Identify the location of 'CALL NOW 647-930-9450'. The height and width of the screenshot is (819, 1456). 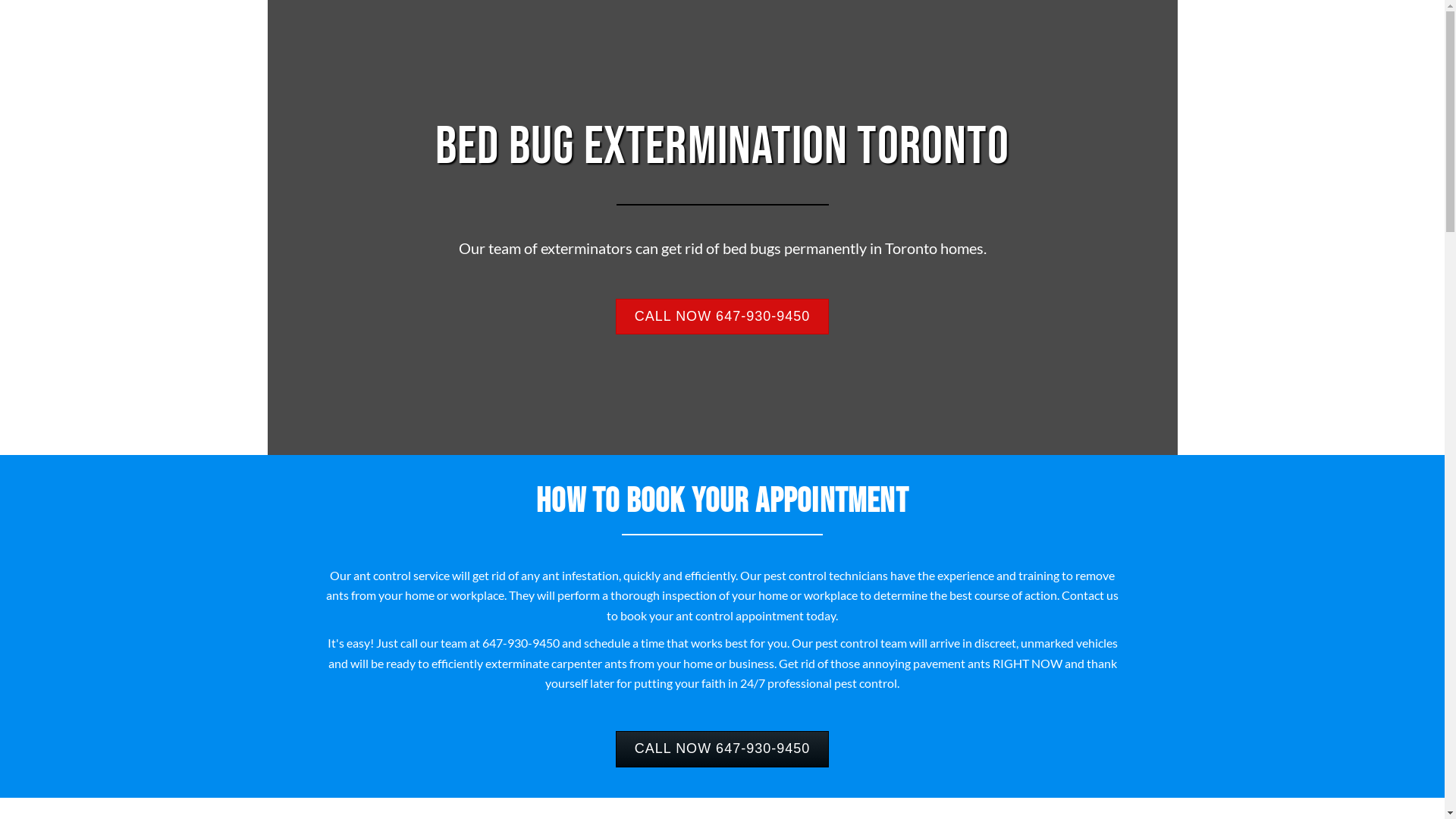
(721, 315).